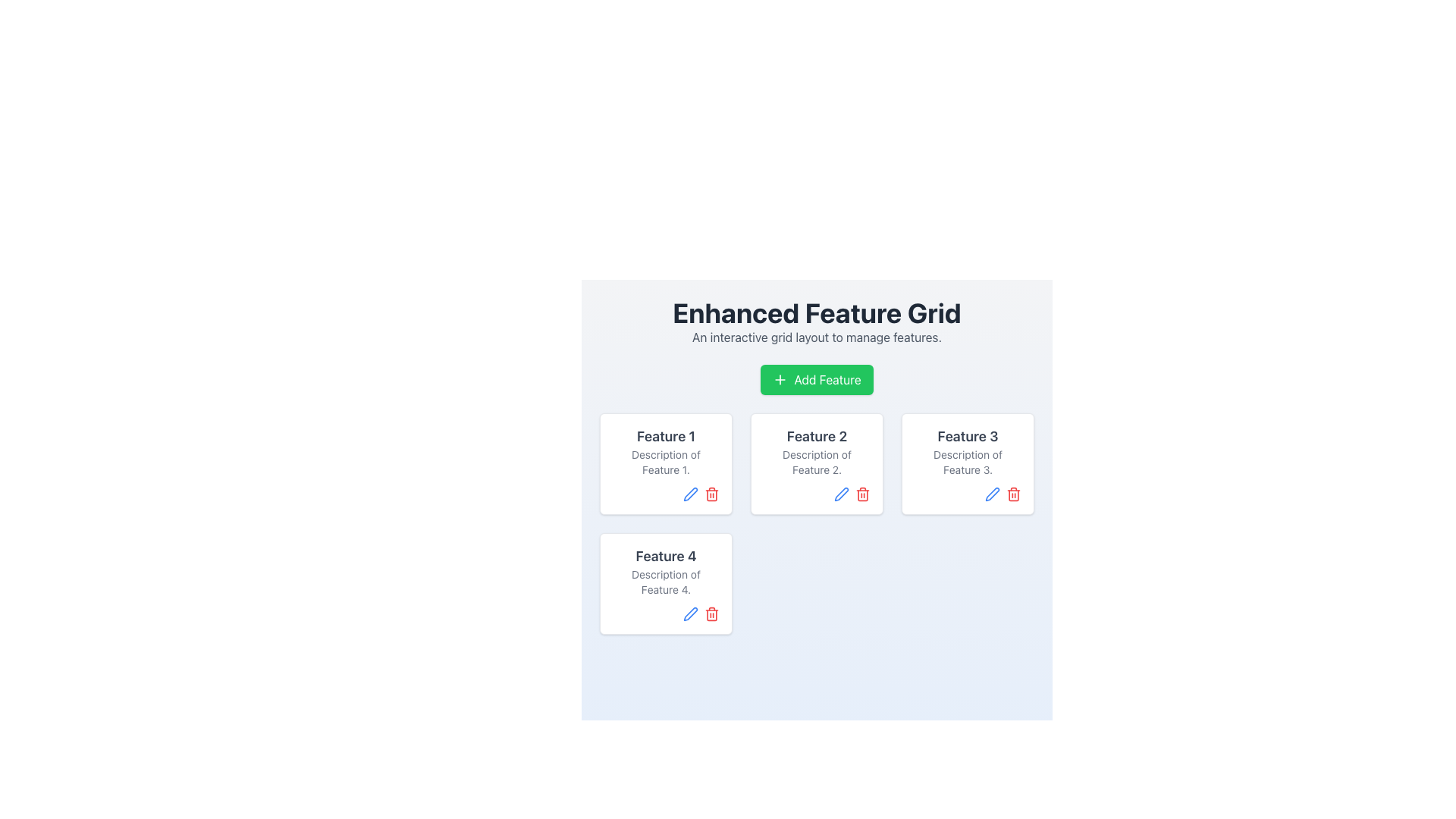  Describe the element at coordinates (816, 379) in the screenshot. I see `the green rectangular button labeled 'Add Feature' located below the 'Enhanced Feature Grid' title` at that location.